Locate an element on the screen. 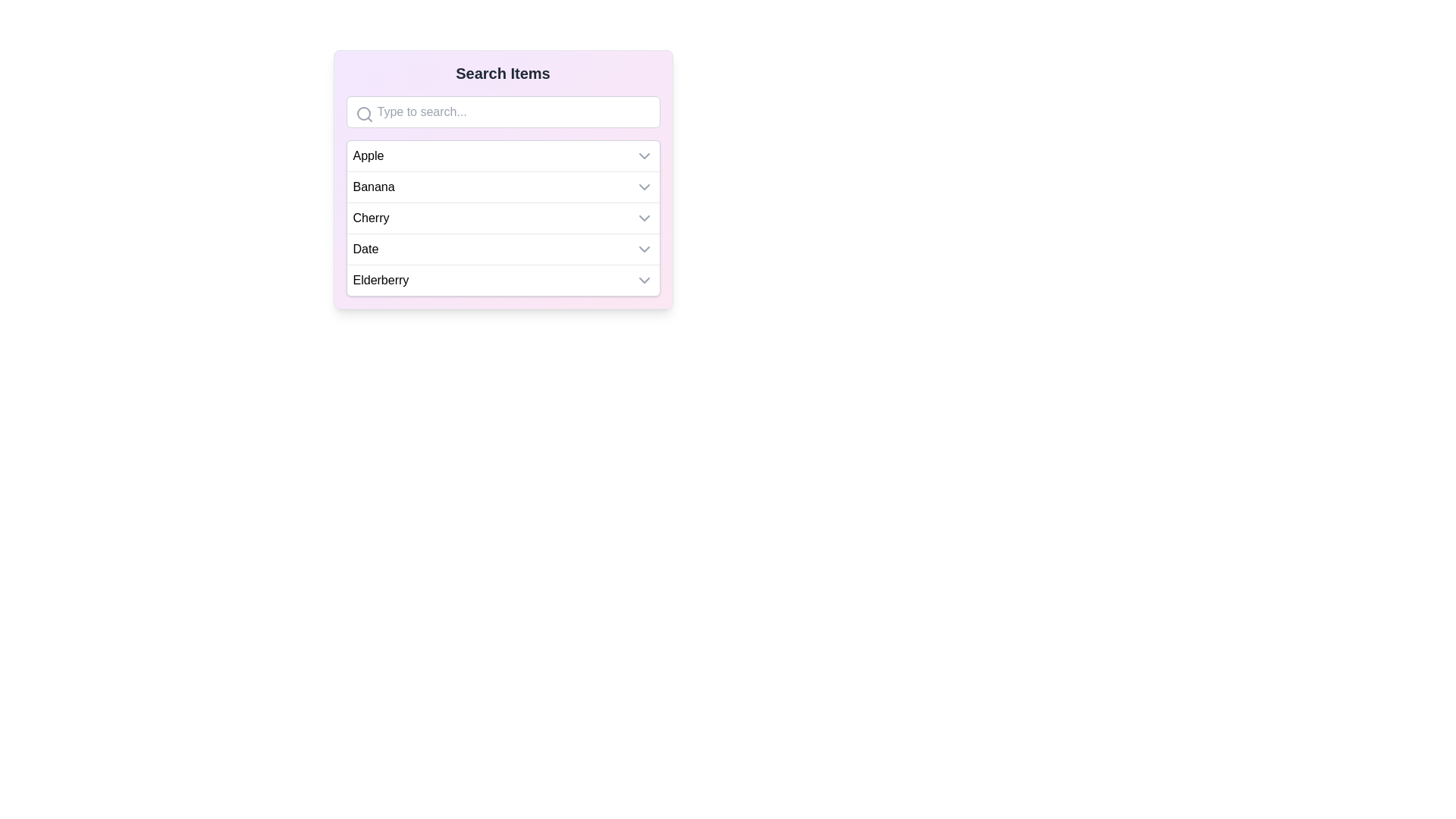 The height and width of the screenshot is (819, 1456). the small downward-facing gray chevron icon that serves as the dropdown indicator for the 'Date' row is located at coordinates (644, 248).